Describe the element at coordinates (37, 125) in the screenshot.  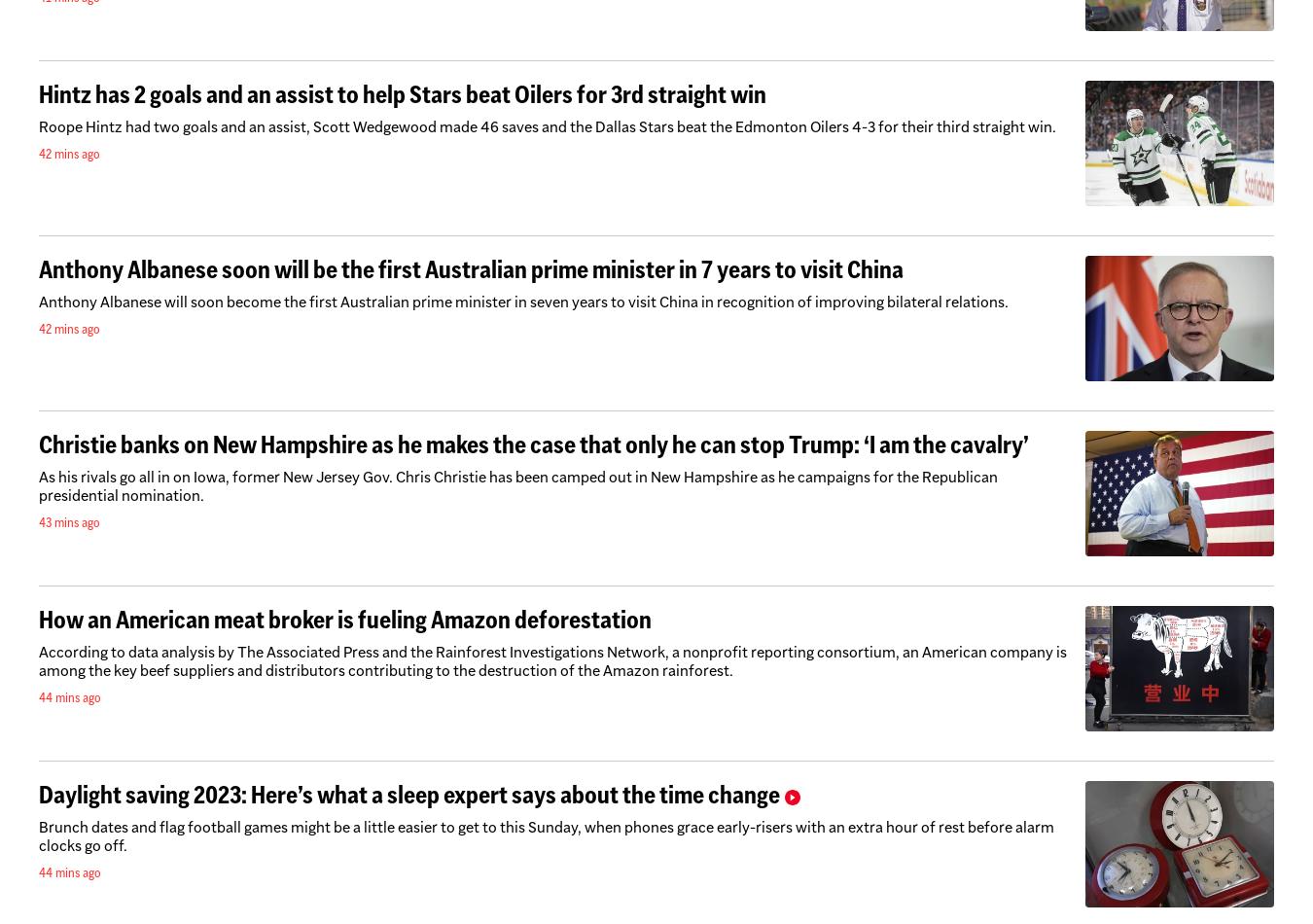
I see `'Roope Hintz had two goals and an assist, Scott Wedgewood made 46 saves and the Dallas Stars beat the Edmonton Oilers 4-3 for their third straight win.'` at that location.